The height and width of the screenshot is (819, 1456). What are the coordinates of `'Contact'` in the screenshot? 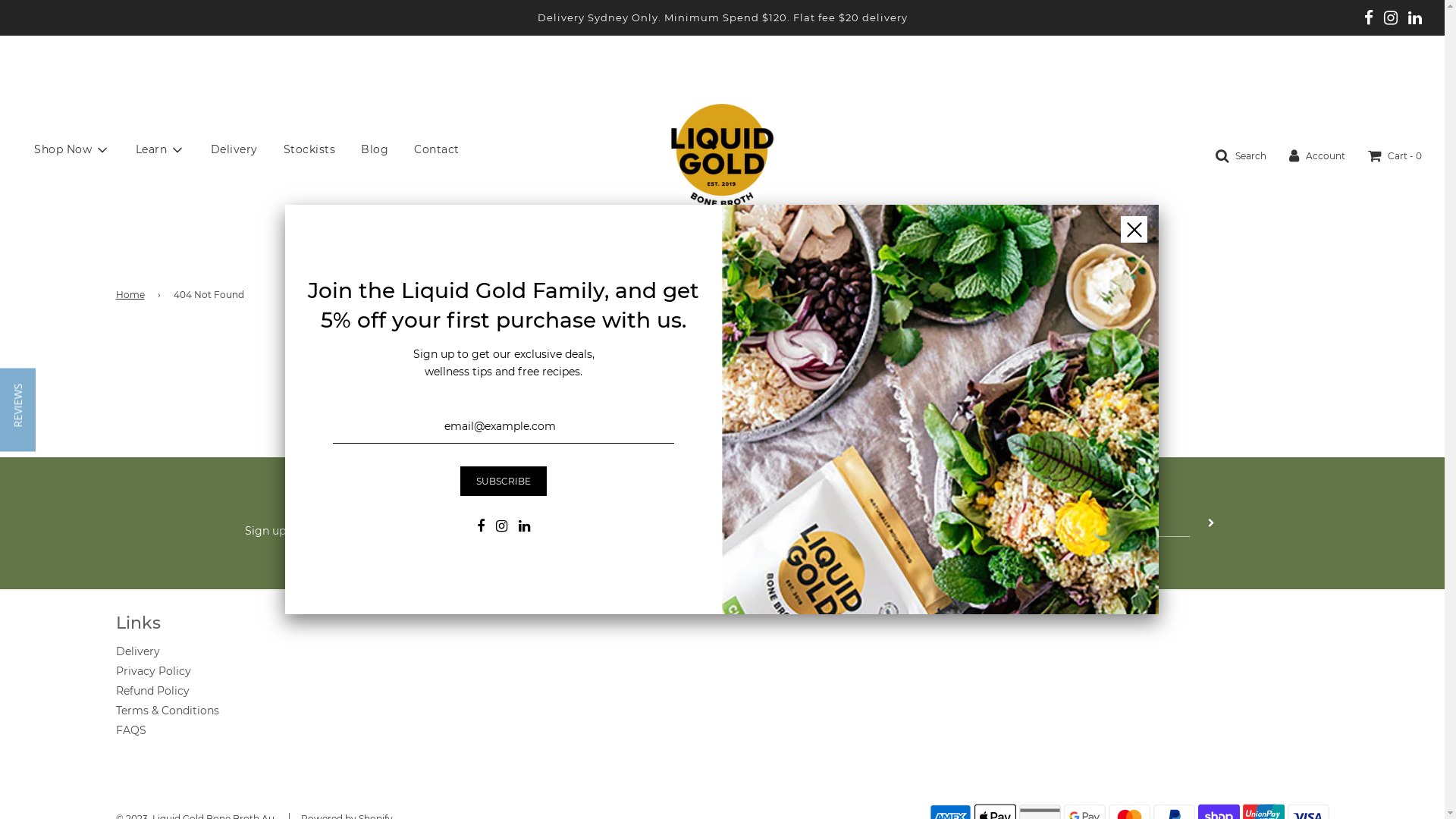 It's located at (436, 149).